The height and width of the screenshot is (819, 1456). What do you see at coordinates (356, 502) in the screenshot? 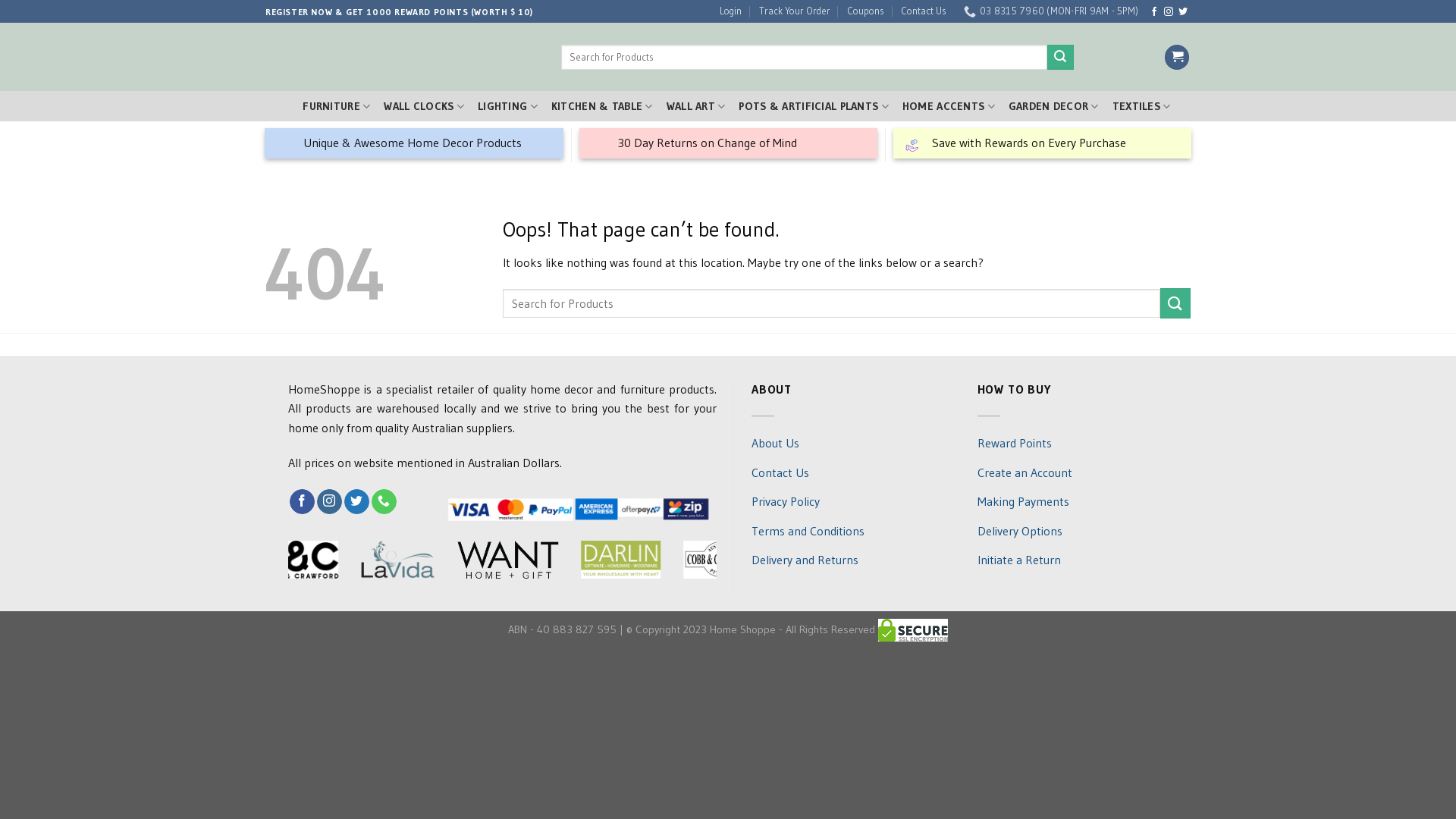
I see `'Follow on Twitter'` at bounding box center [356, 502].